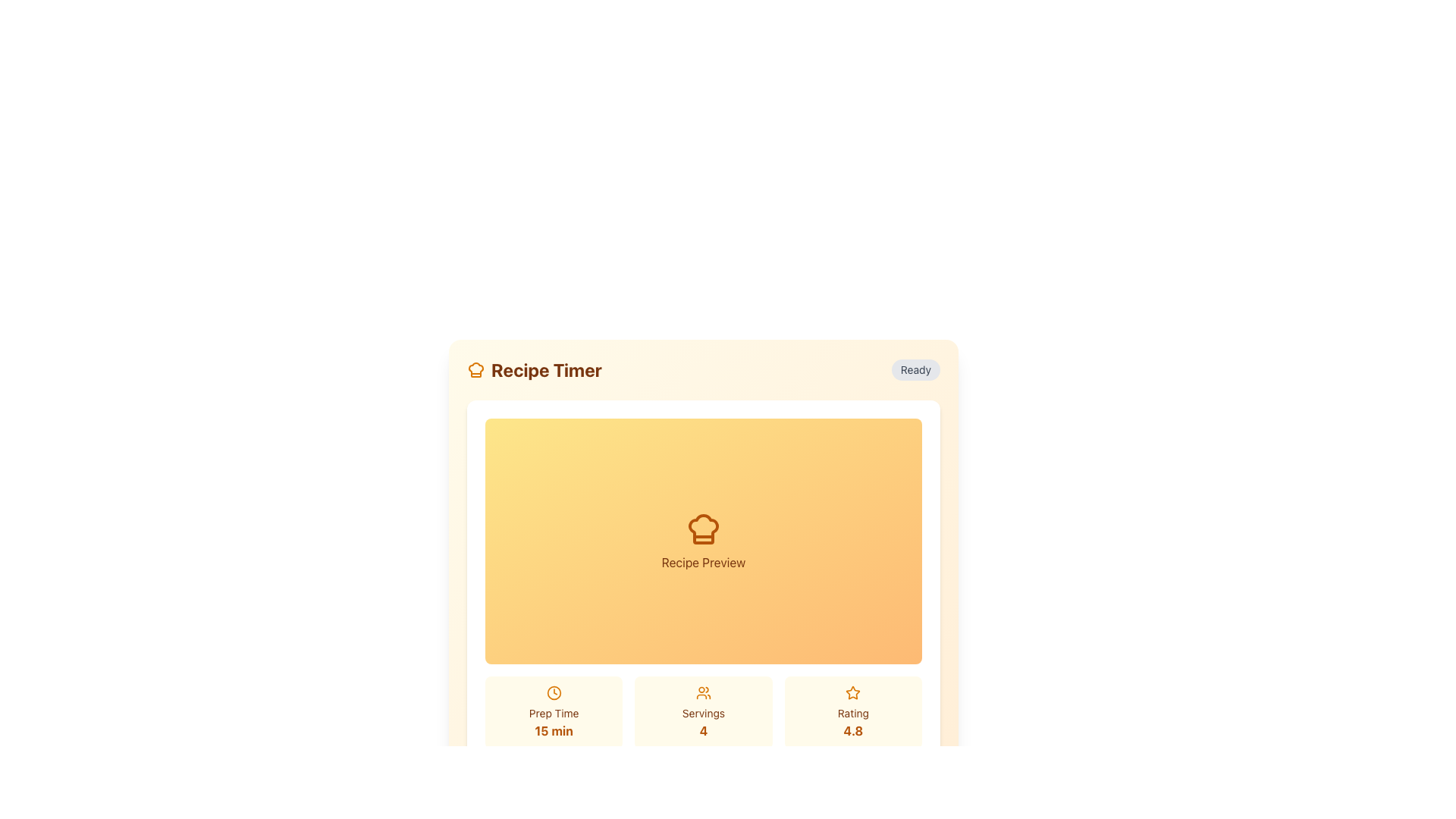 The width and height of the screenshot is (1456, 819). What do you see at coordinates (853, 713) in the screenshot?
I see `the Information Card that displays the rating, which is the third card in a horizontal row below the 'Recipe Preview'` at bounding box center [853, 713].